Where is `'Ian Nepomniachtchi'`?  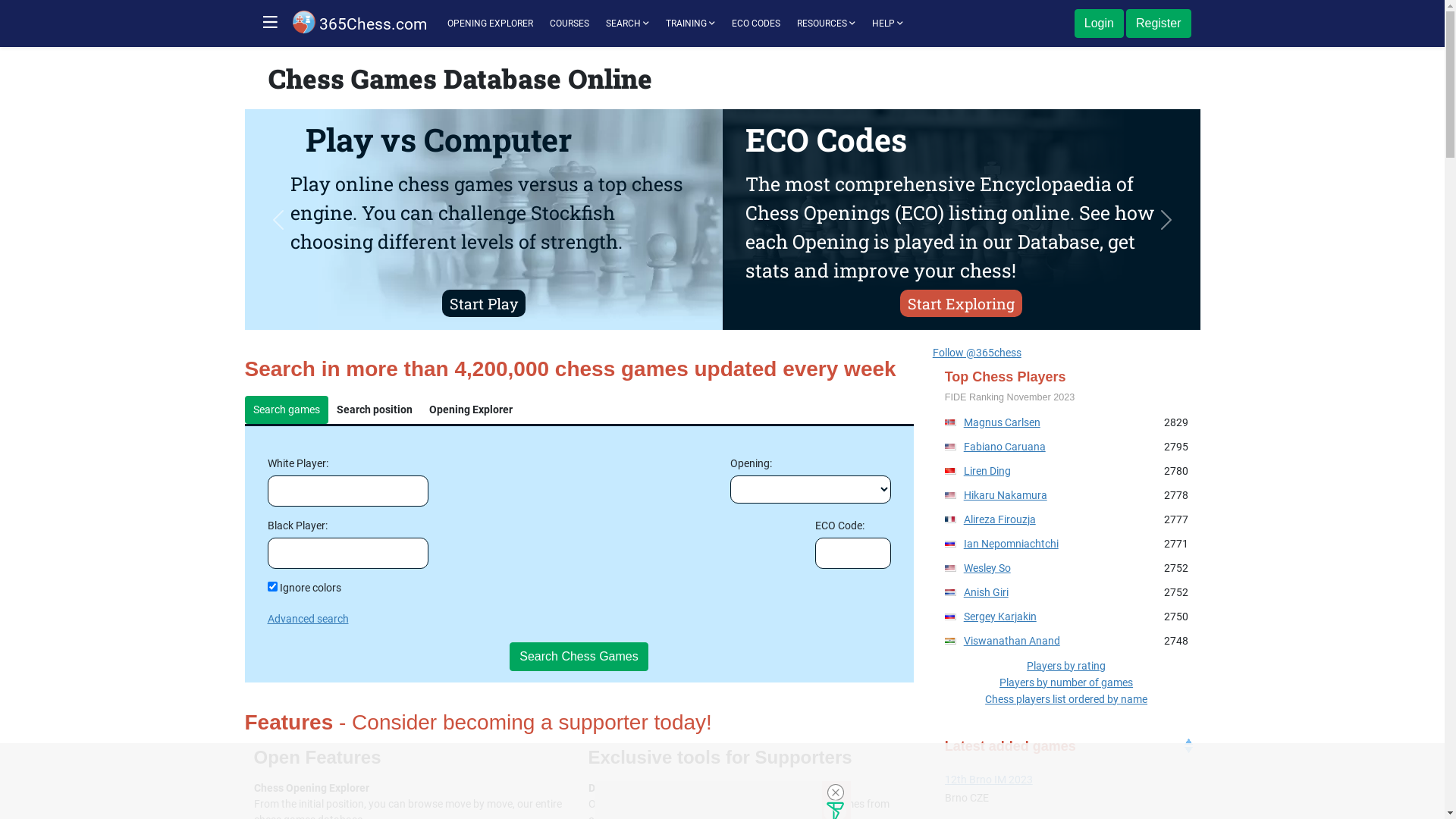
'Ian Nepomniachtchi' is located at coordinates (963, 543).